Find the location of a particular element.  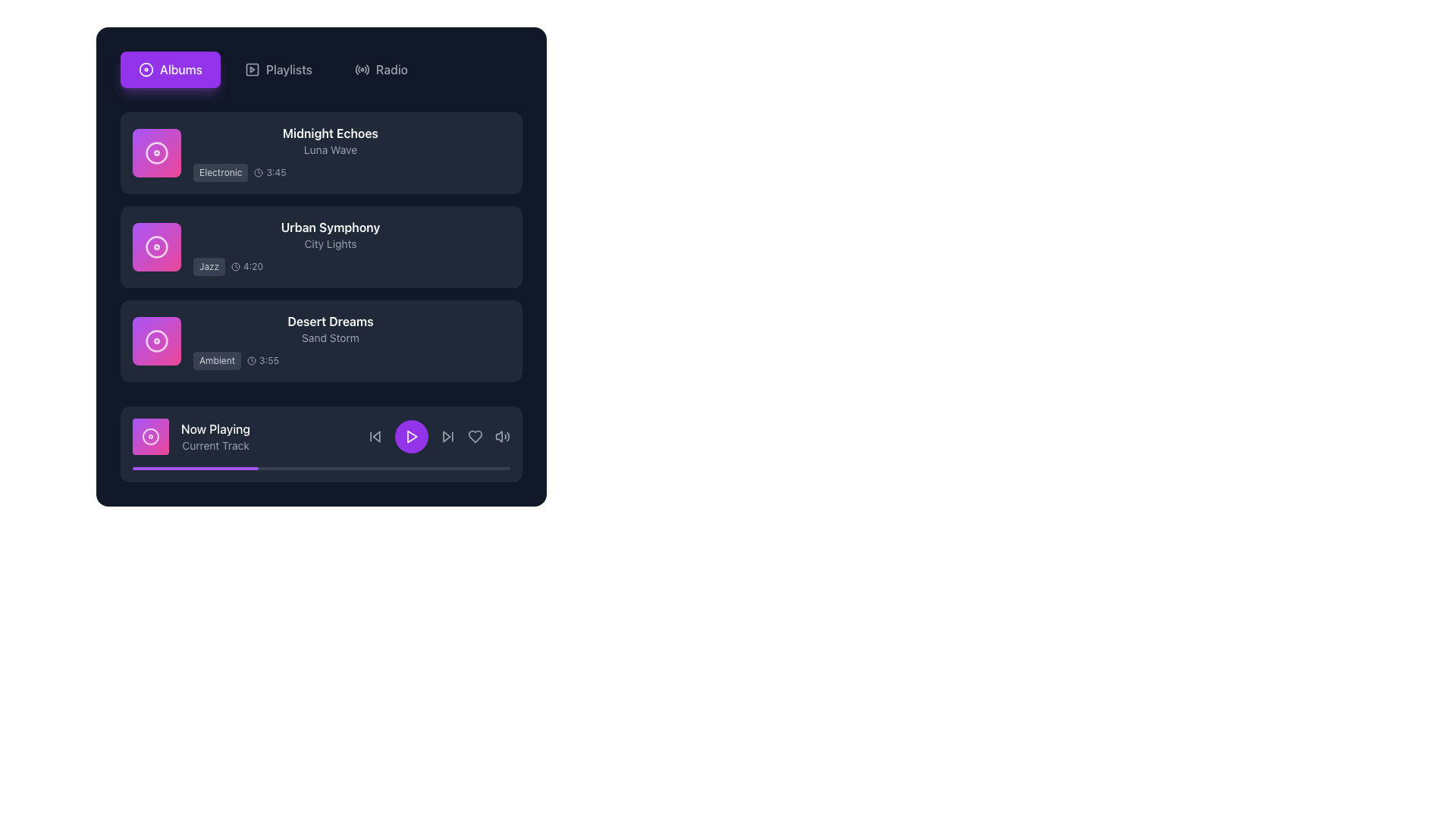

the 'Urban Symphony' information display panel, which features bold white text and is positioned between 'Midnight Echoes' and 'Desert Dreams' is located at coordinates (330, 246).